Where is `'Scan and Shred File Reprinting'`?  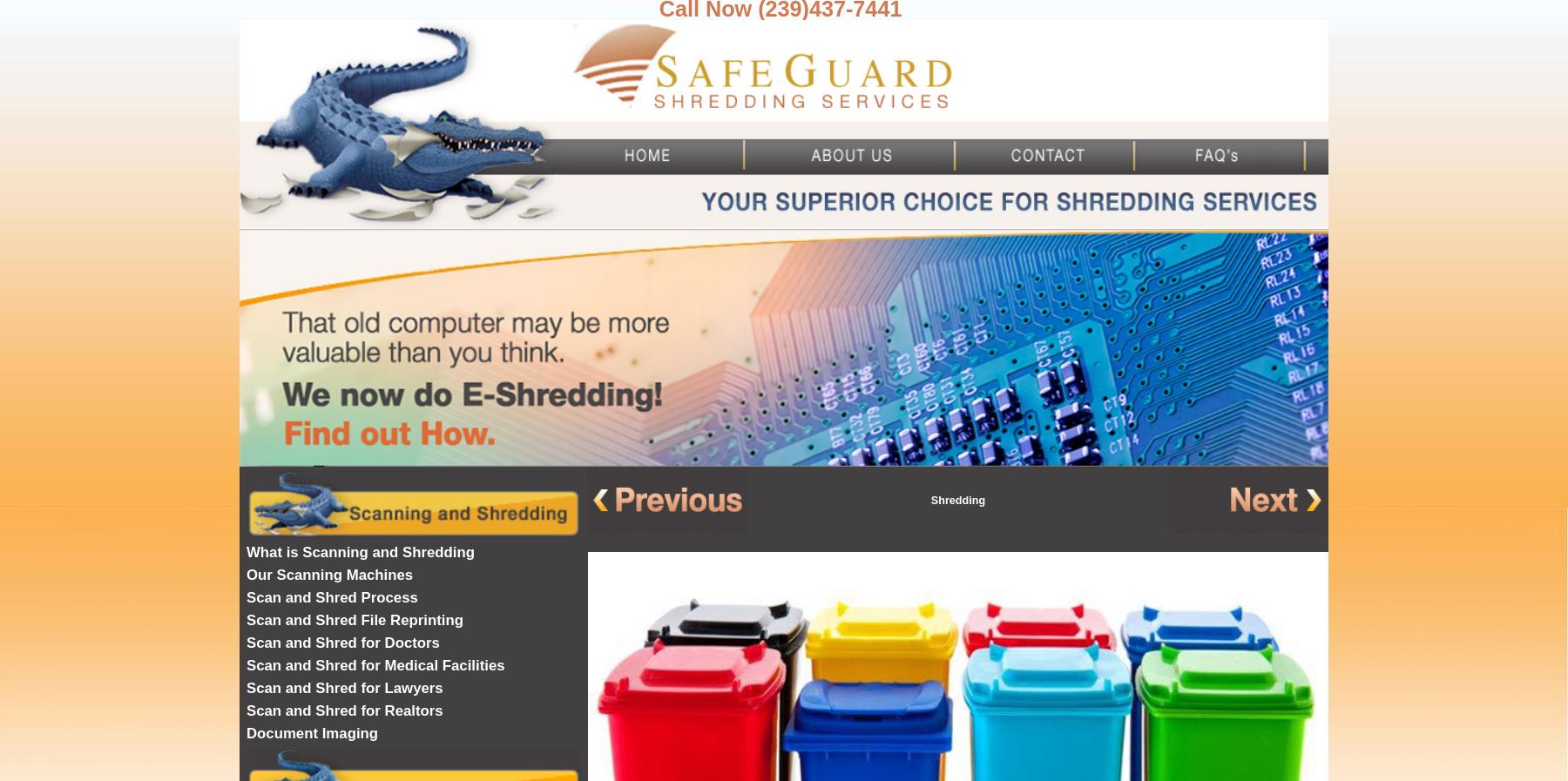 'Scan and Shred File Reprinting' is located at coordinates (354, 620).